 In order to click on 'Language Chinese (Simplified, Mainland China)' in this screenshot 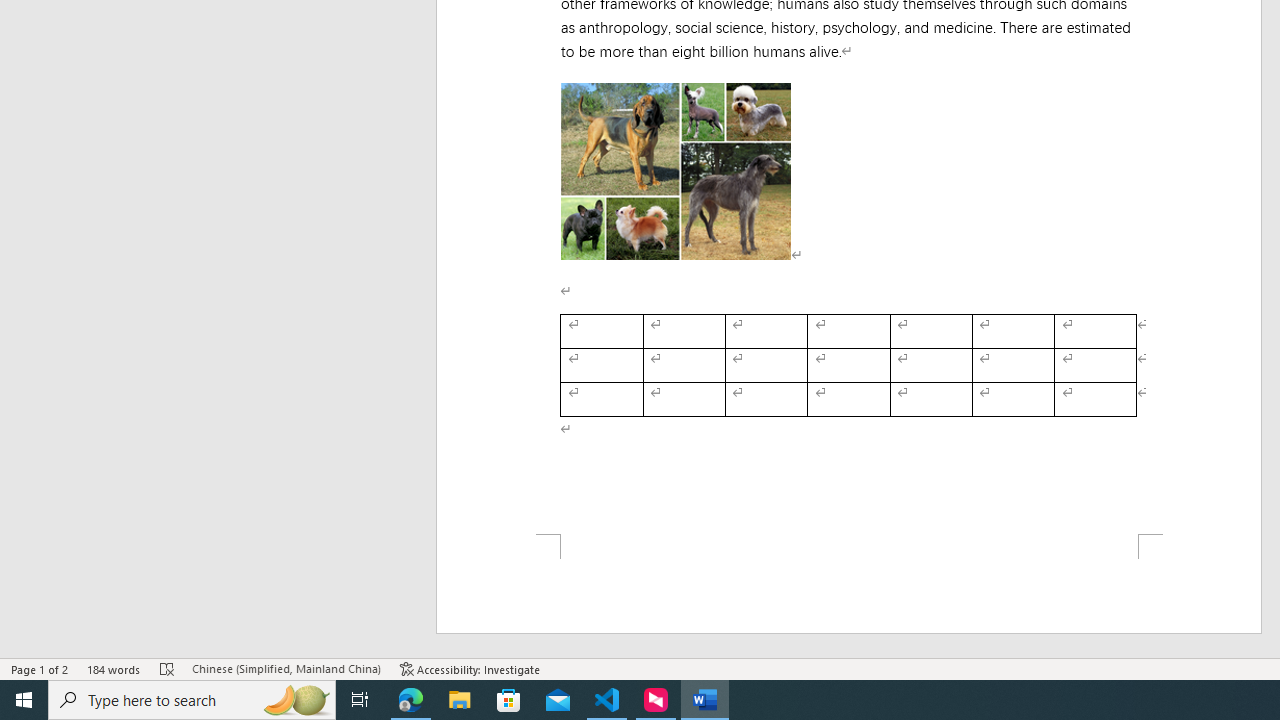, I will do `click(285, 669)`.